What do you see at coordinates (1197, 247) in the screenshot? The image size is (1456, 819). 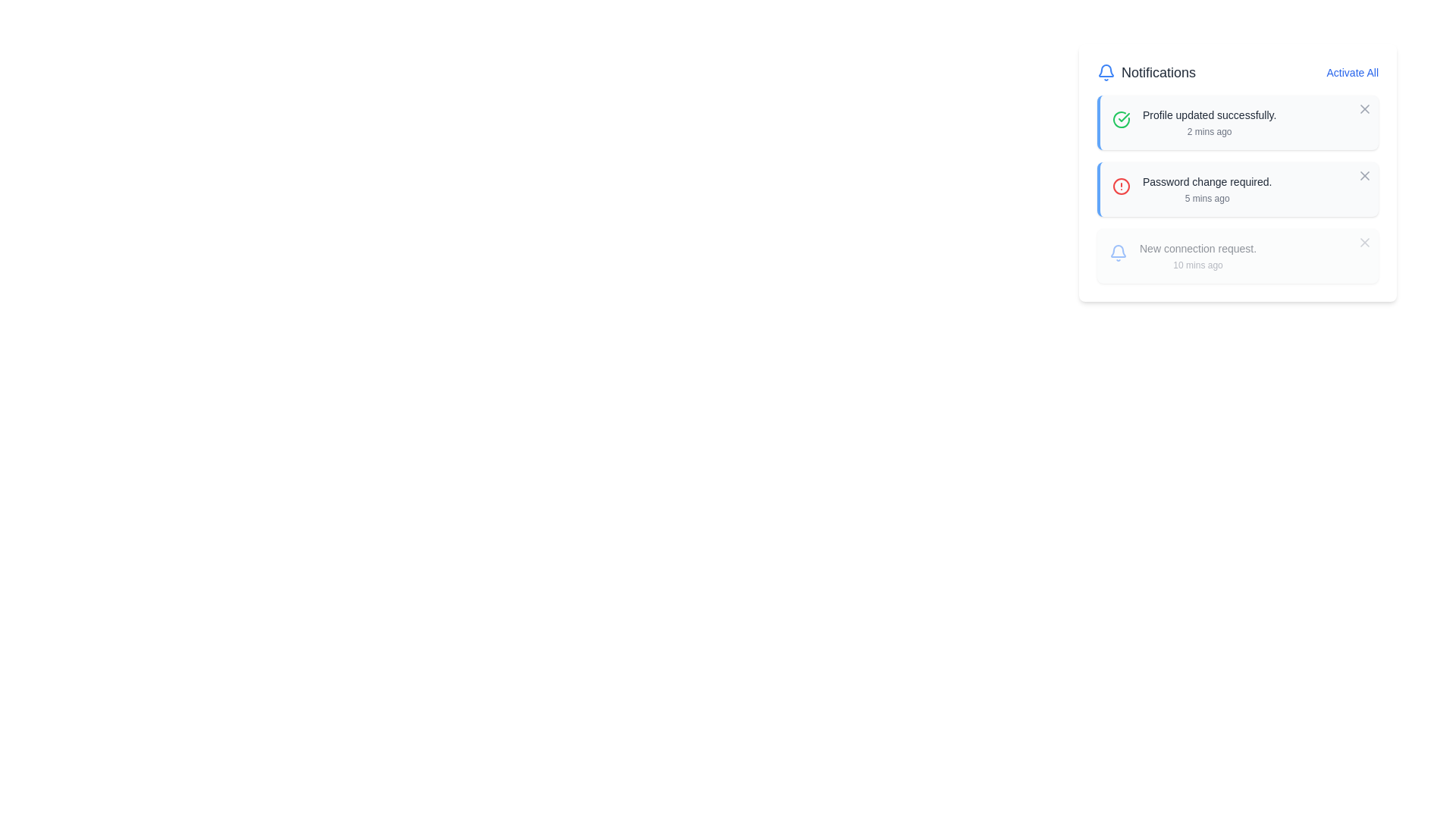 I see `contents of the Text label that conveys a message regarding a new connection request, located within a notification card above the timestamp '10 mins ago'` at bounding box center [1197, 247].